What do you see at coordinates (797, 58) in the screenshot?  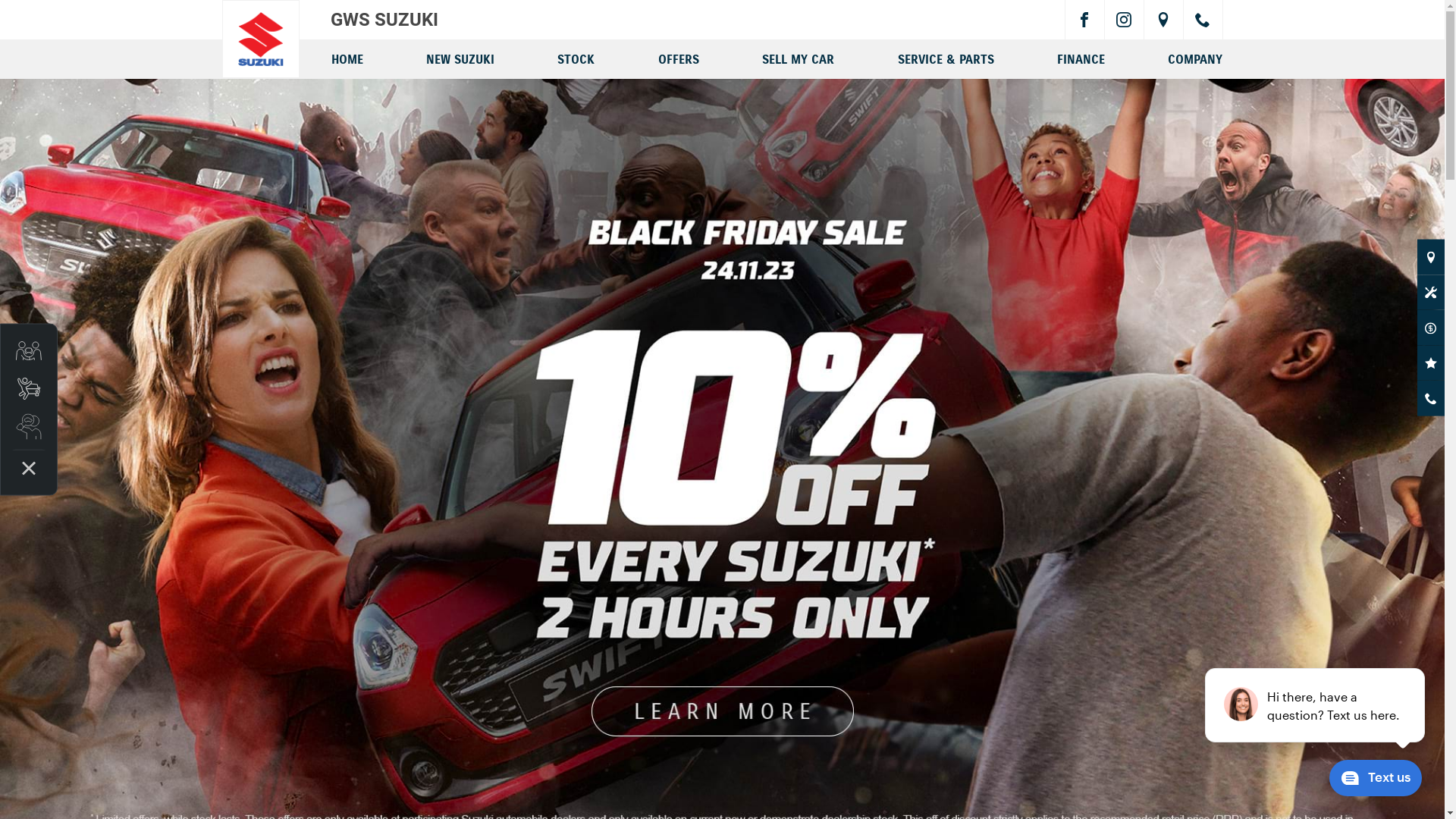 I see `'SELL MY CAR'` at bounding box center [797, 58].